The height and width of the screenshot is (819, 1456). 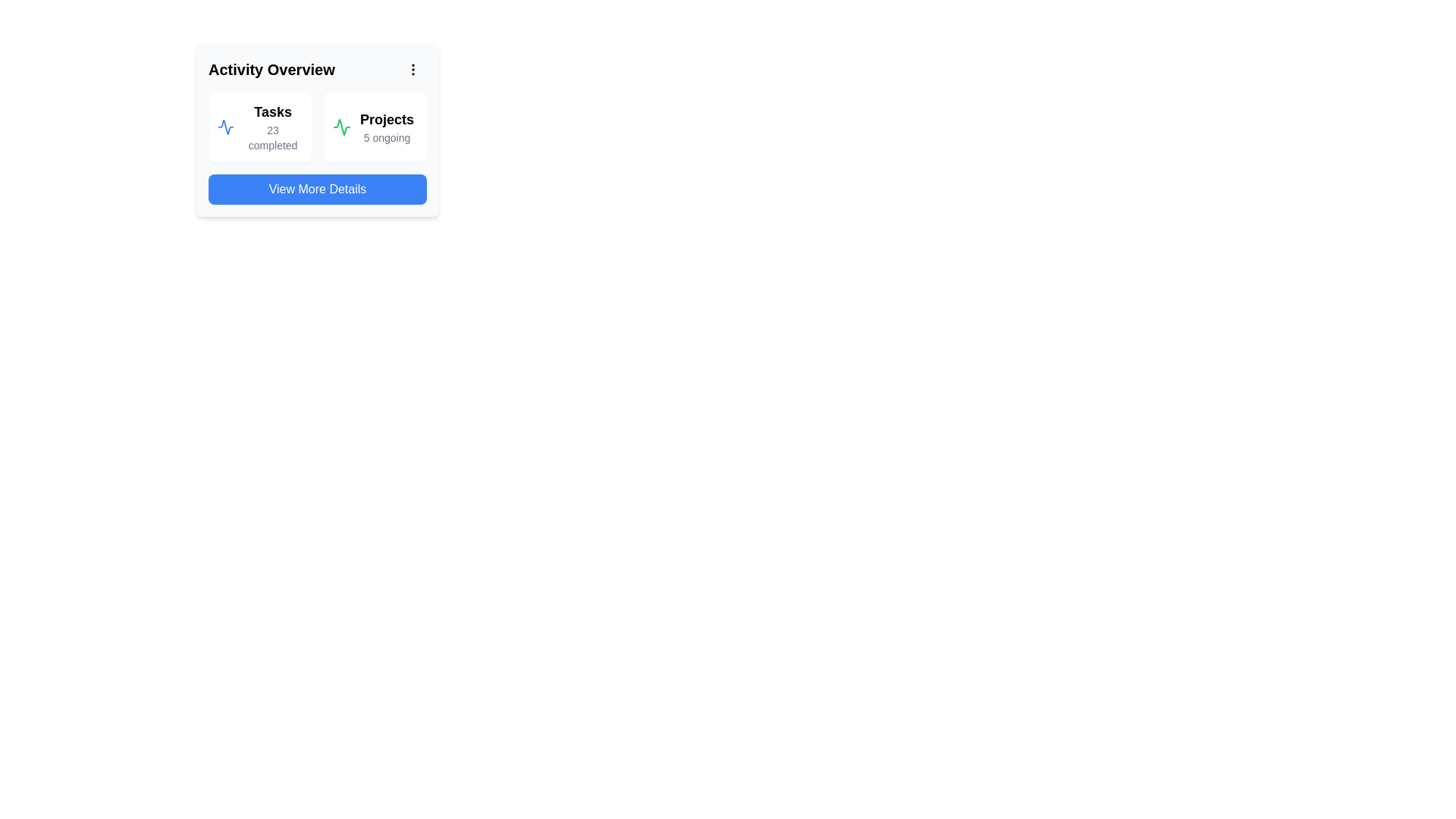 I want to click on the textual information block displaying the headline 'Projects' and subtext '5 ongoing', located on the right side of the information group under 'Activity Overview', so click(x=387, y=127).